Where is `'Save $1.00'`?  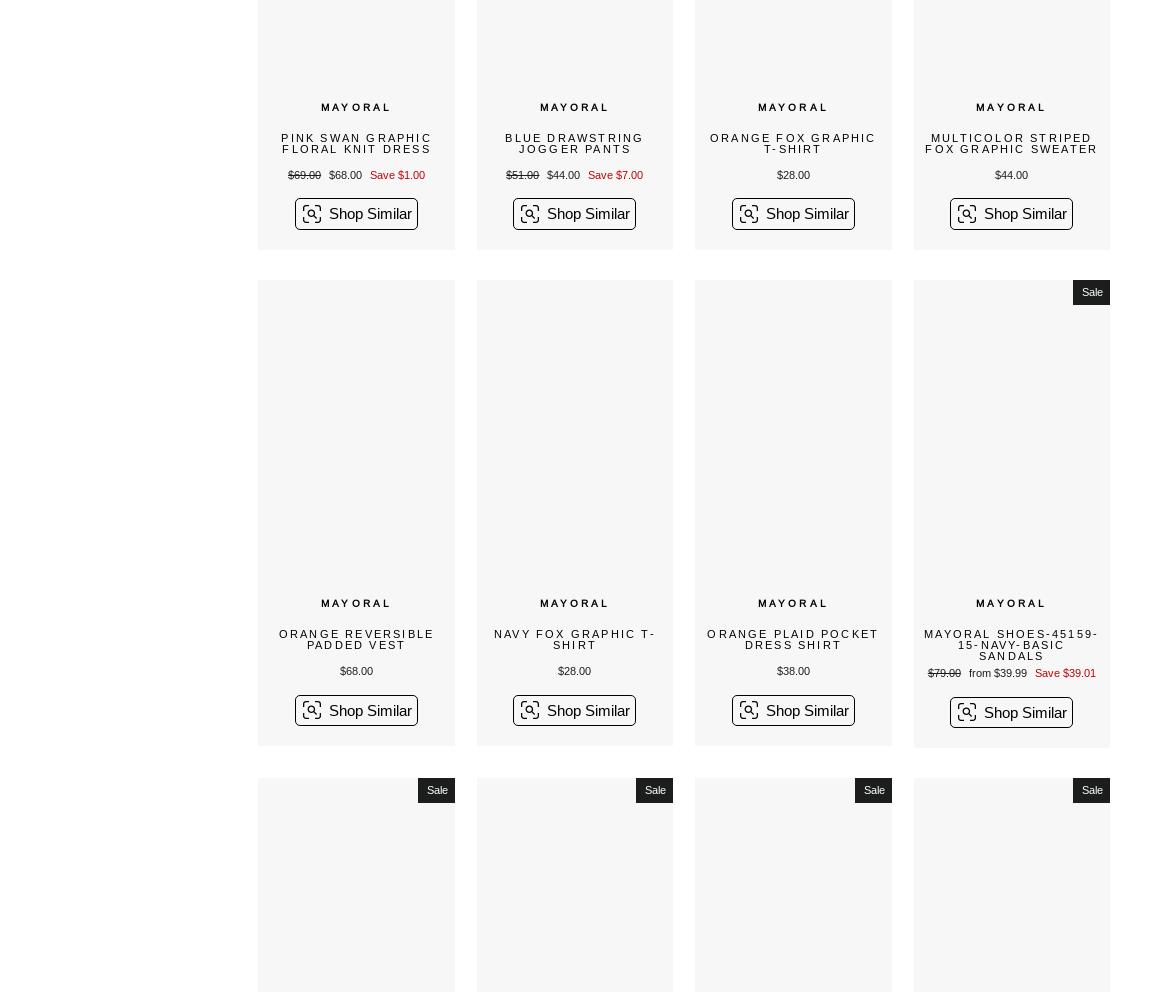
'Save $1.00' is located at coordinates (397, 172).